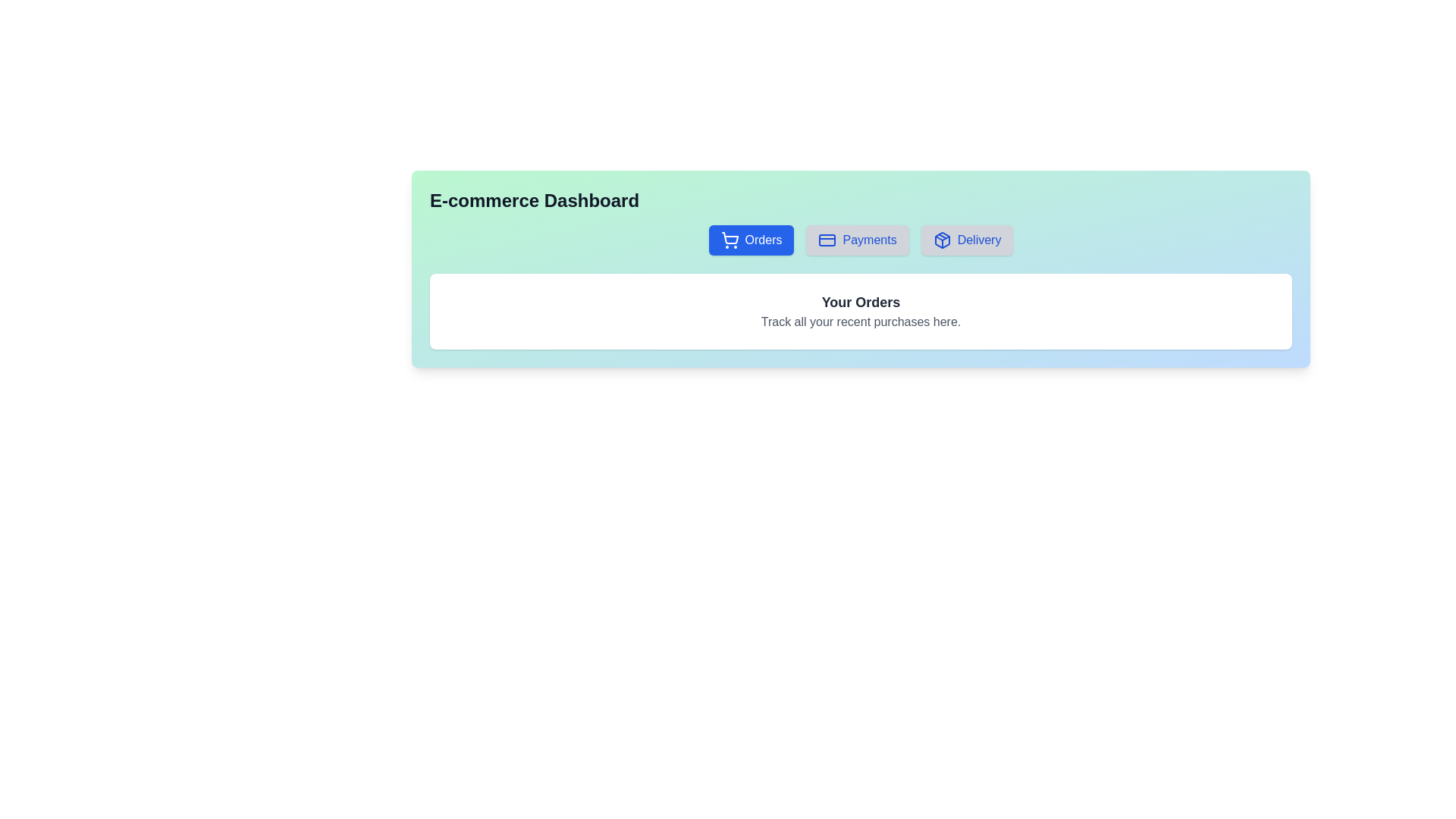 The image size is (1456, 819). Describe the element at coordinates (941, 239) in the screenshot. I see `the 'Delivery' icon on the interactive panel` at that location.